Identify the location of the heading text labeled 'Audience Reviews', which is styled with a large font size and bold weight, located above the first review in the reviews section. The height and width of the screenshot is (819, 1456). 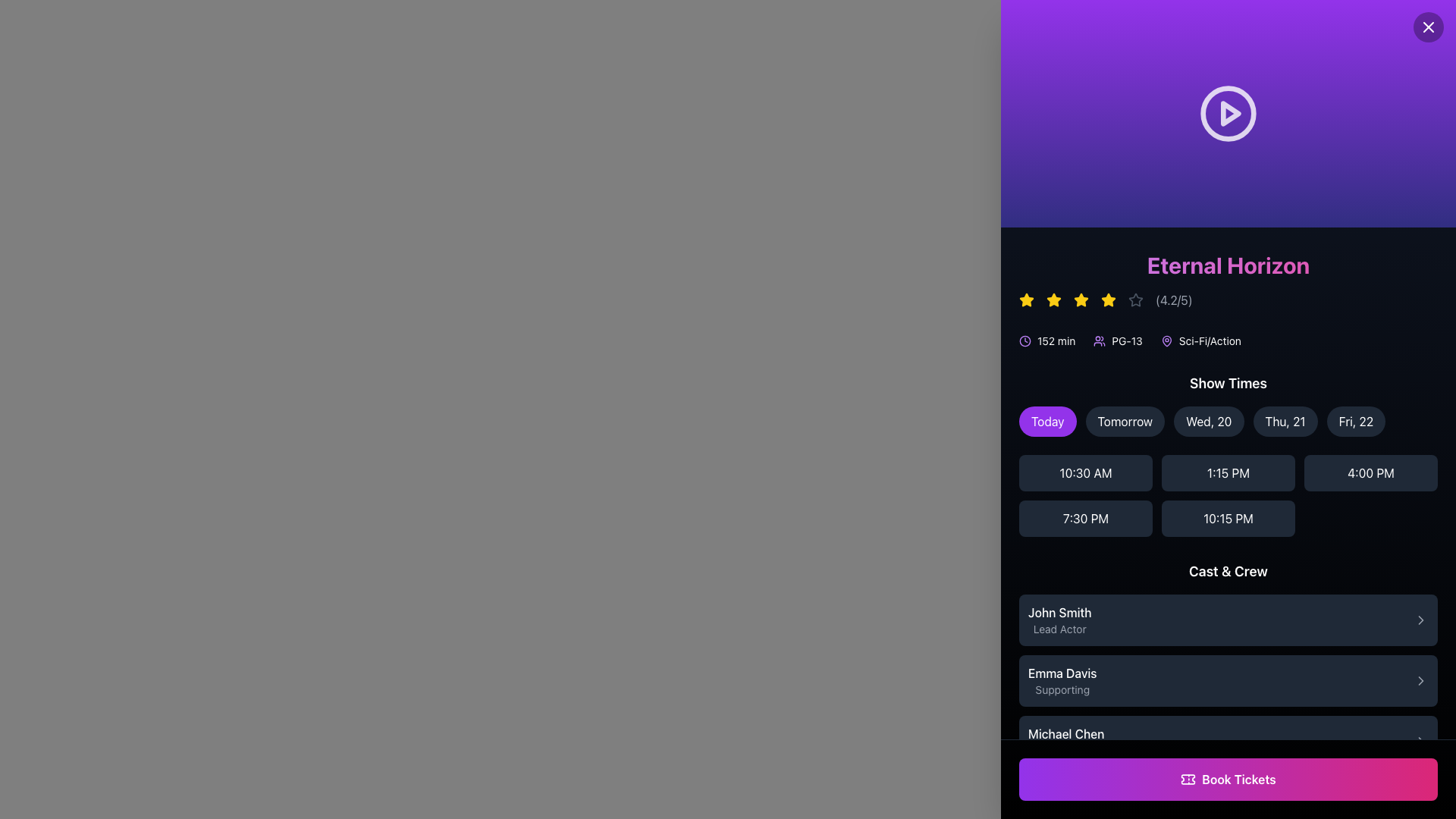
(1228, 801).